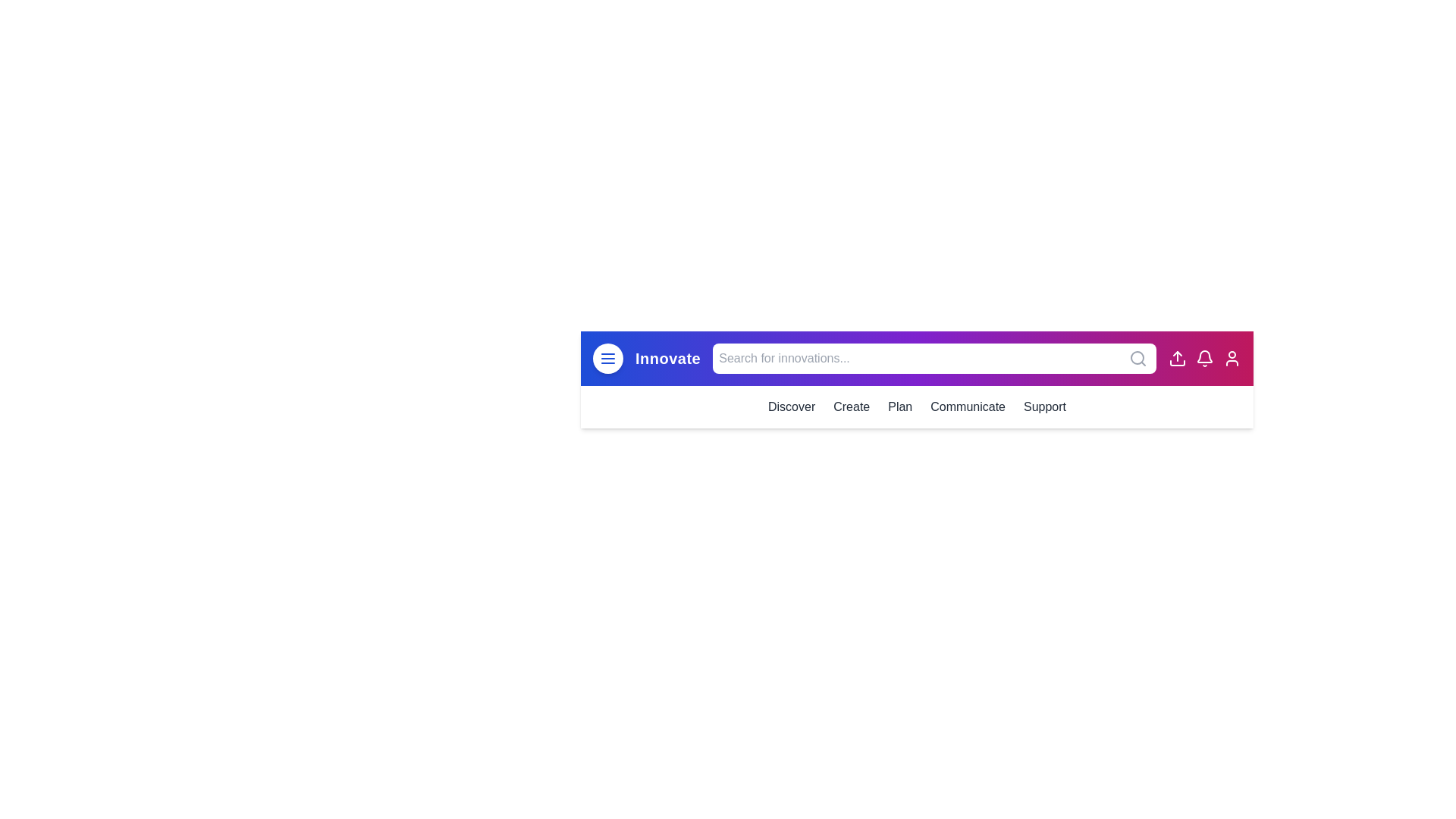  I want to click on the search bar and type the text 'Innovation', so click(934, 359).